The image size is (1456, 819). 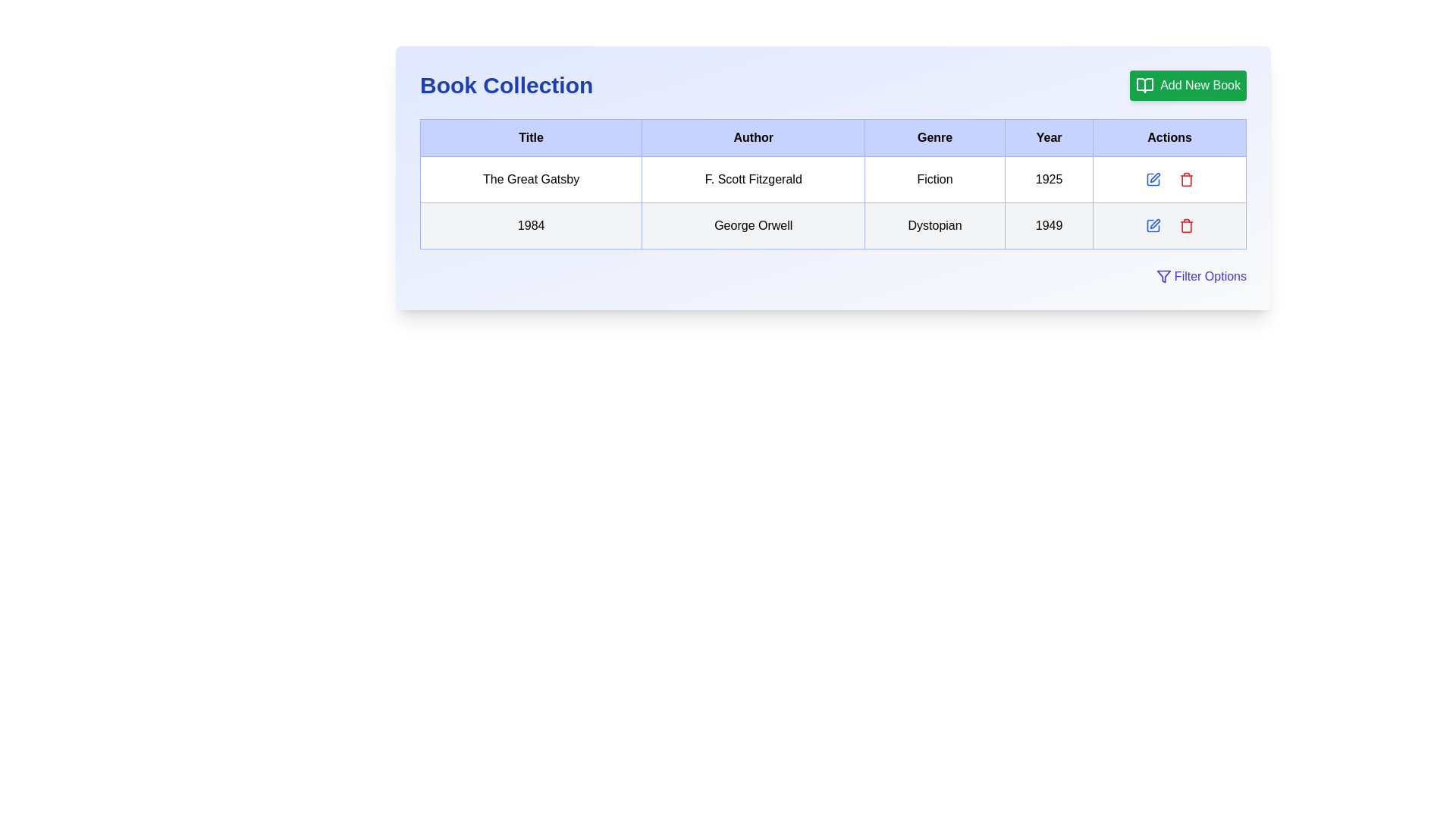 I want to click on the delete button for the book entry '1984' by George Orwell, which is the second icon in the 'Actions' column of the table, so click(x=1185, y=225).